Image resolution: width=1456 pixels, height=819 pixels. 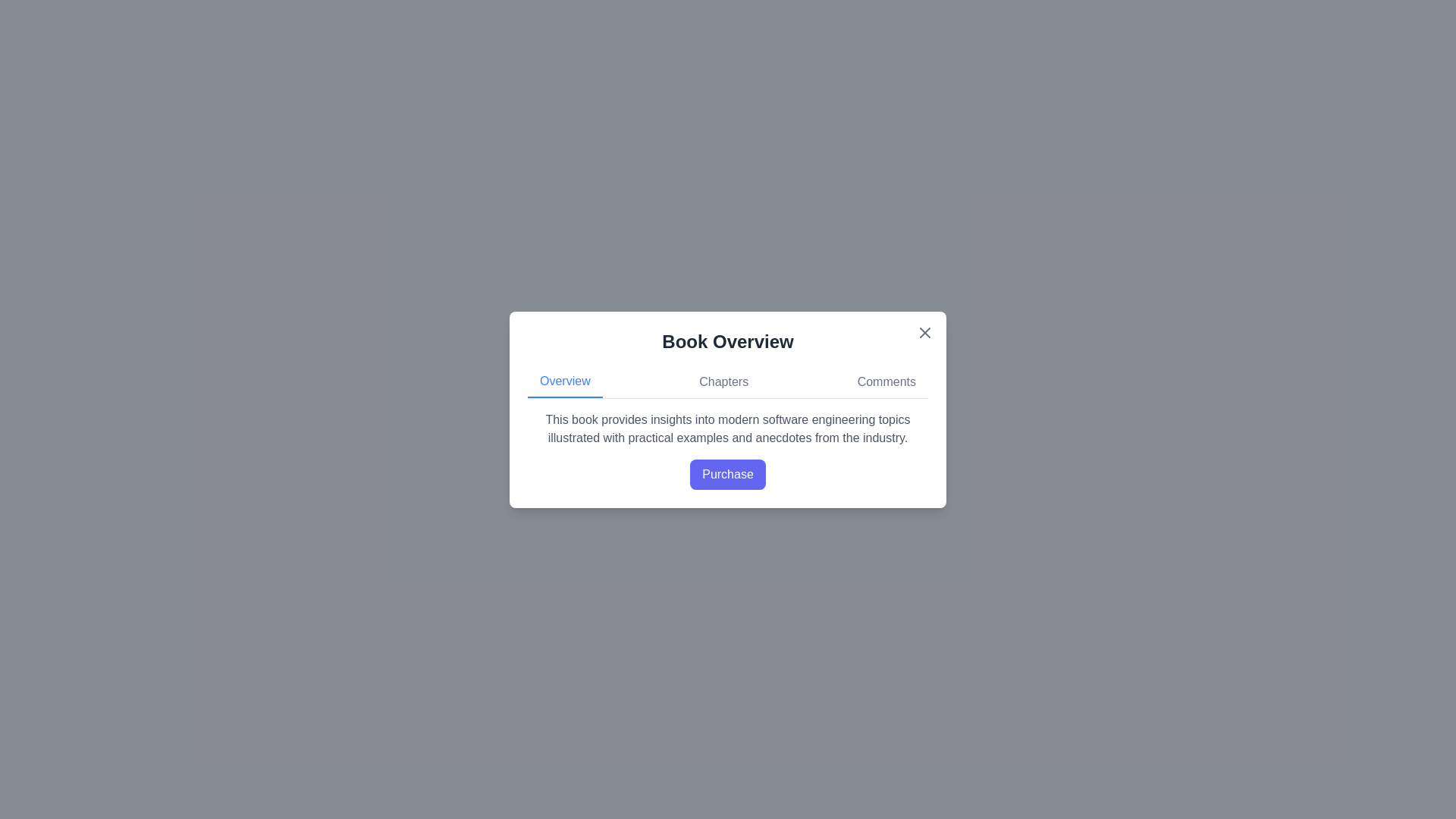 I want to click on the second text label in the header of the dialog box, so click(x=723, y=381).